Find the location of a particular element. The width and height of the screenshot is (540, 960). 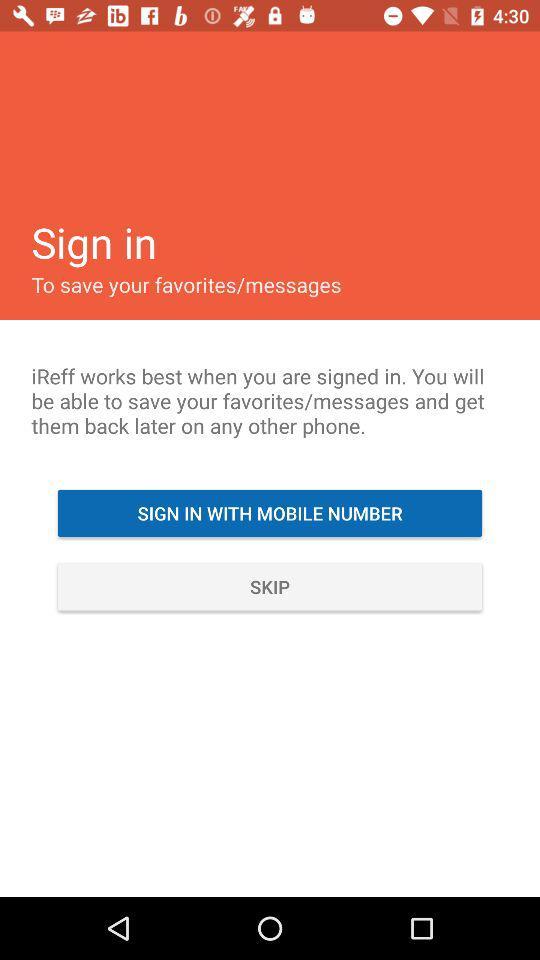

skip item is located at coordinates (270, 586).